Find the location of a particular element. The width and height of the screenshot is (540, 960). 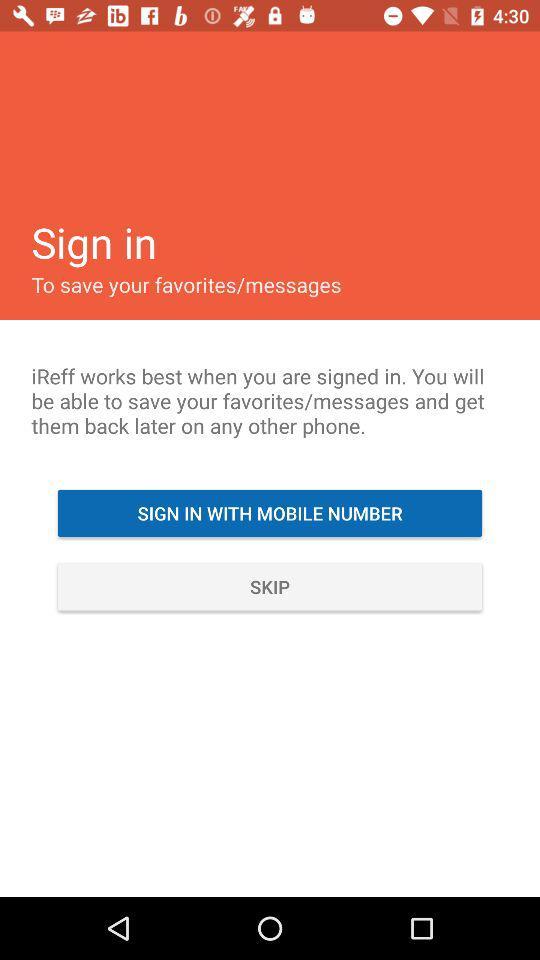

skip item is located at coordinates (270, 586).